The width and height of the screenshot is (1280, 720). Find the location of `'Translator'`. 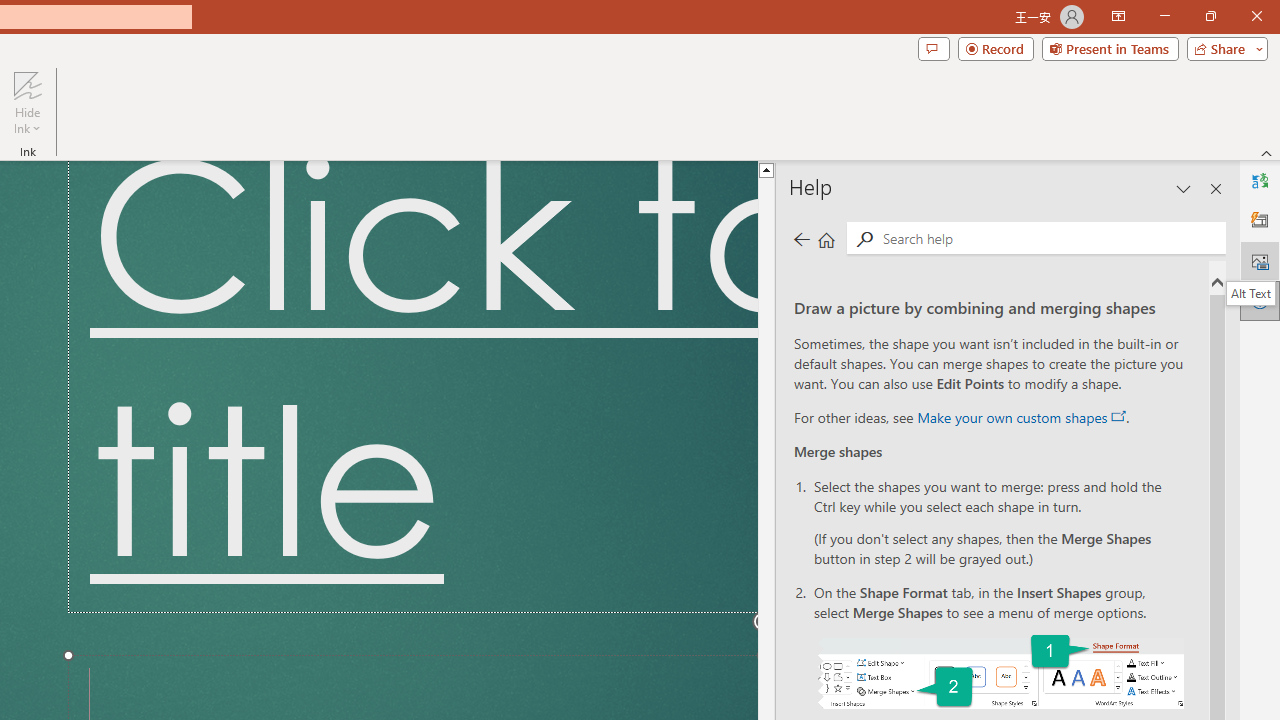

'Translator' is located at coordinates (1259, 181).